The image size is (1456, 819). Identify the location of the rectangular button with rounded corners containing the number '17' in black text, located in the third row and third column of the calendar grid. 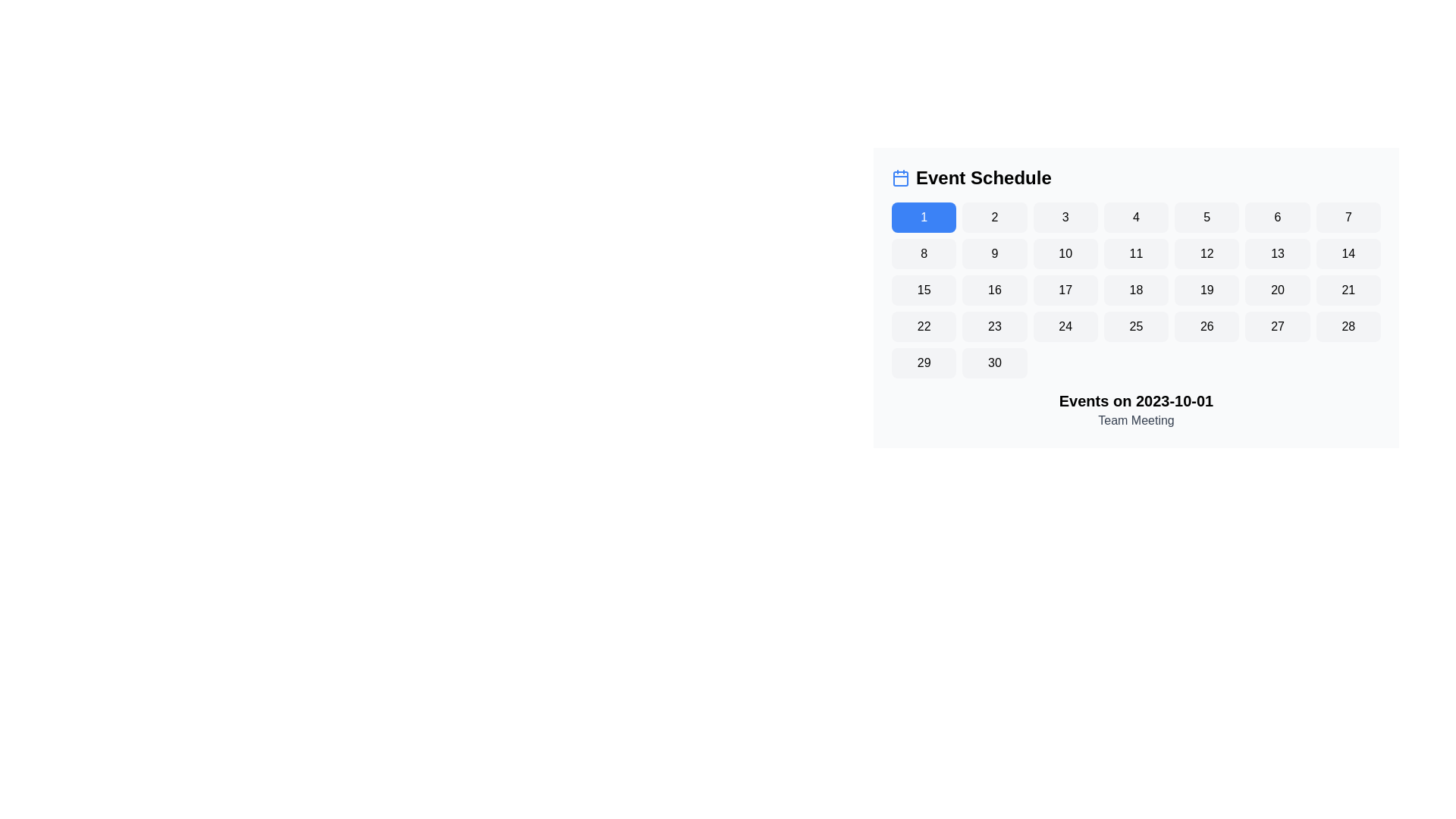
(1065, 290).